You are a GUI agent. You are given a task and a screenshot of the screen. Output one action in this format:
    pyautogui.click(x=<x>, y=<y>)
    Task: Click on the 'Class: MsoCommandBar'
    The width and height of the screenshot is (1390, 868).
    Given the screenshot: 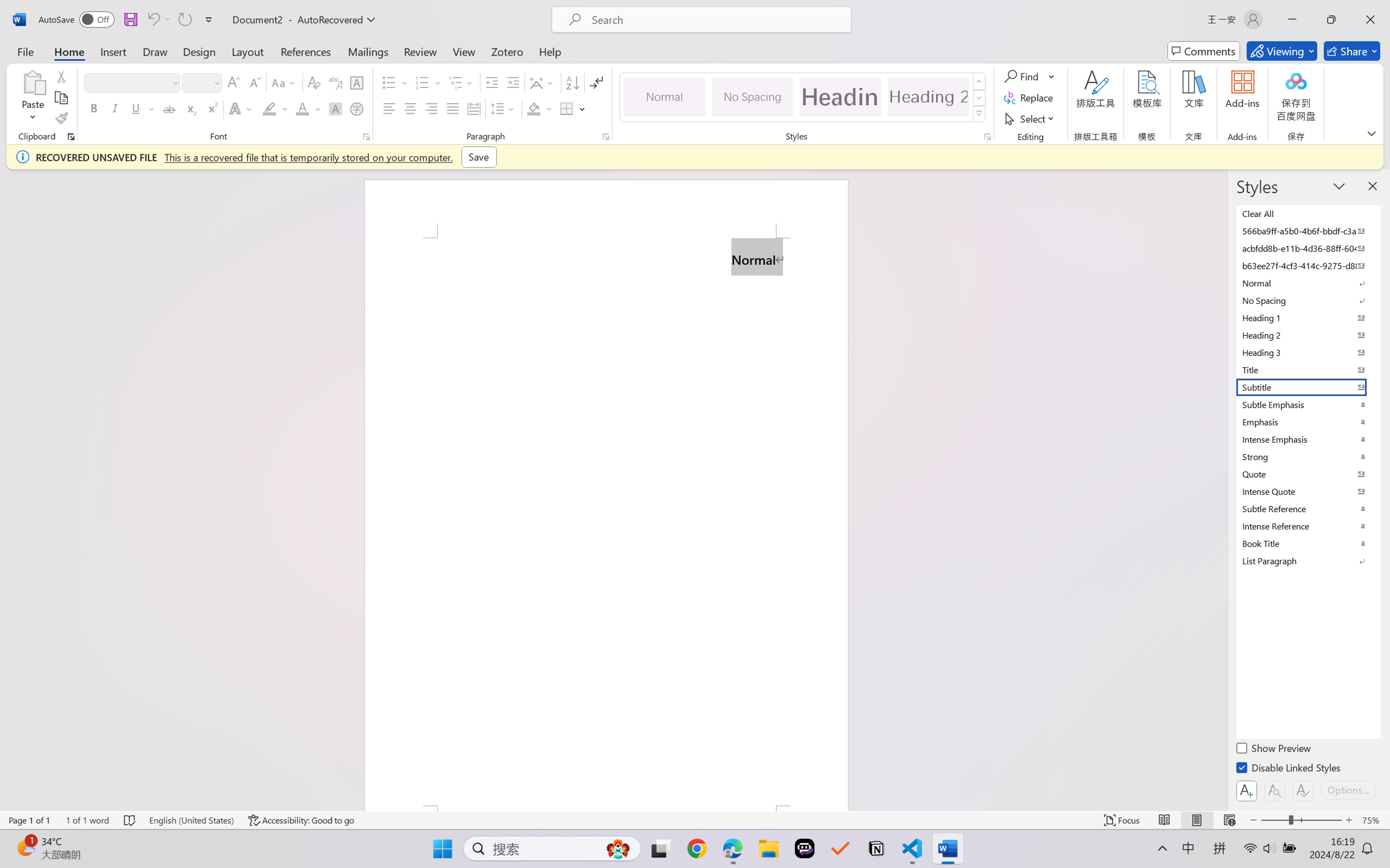 What is the action you would take?
    pyautogui.click(x=695, y=820)
    